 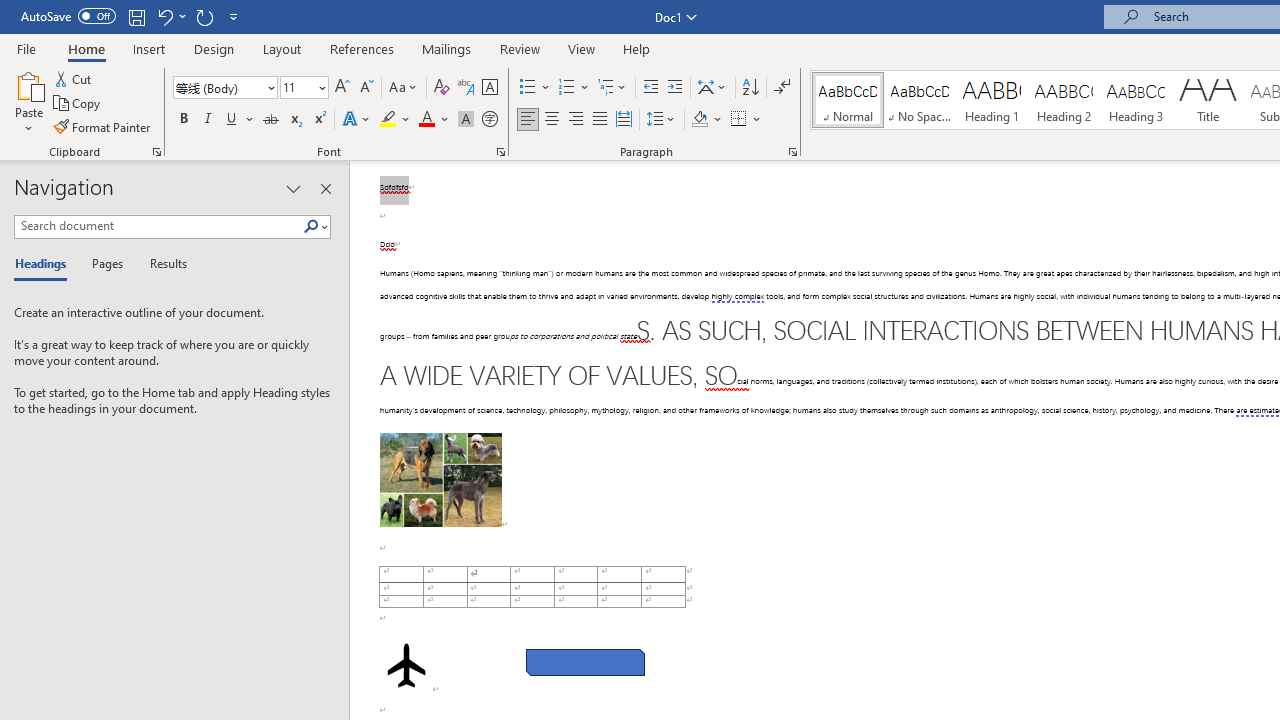 What do you see at coordinates (104, 264) in the screenshot?
I see `'Pages'` at bounding box center [104, 264].